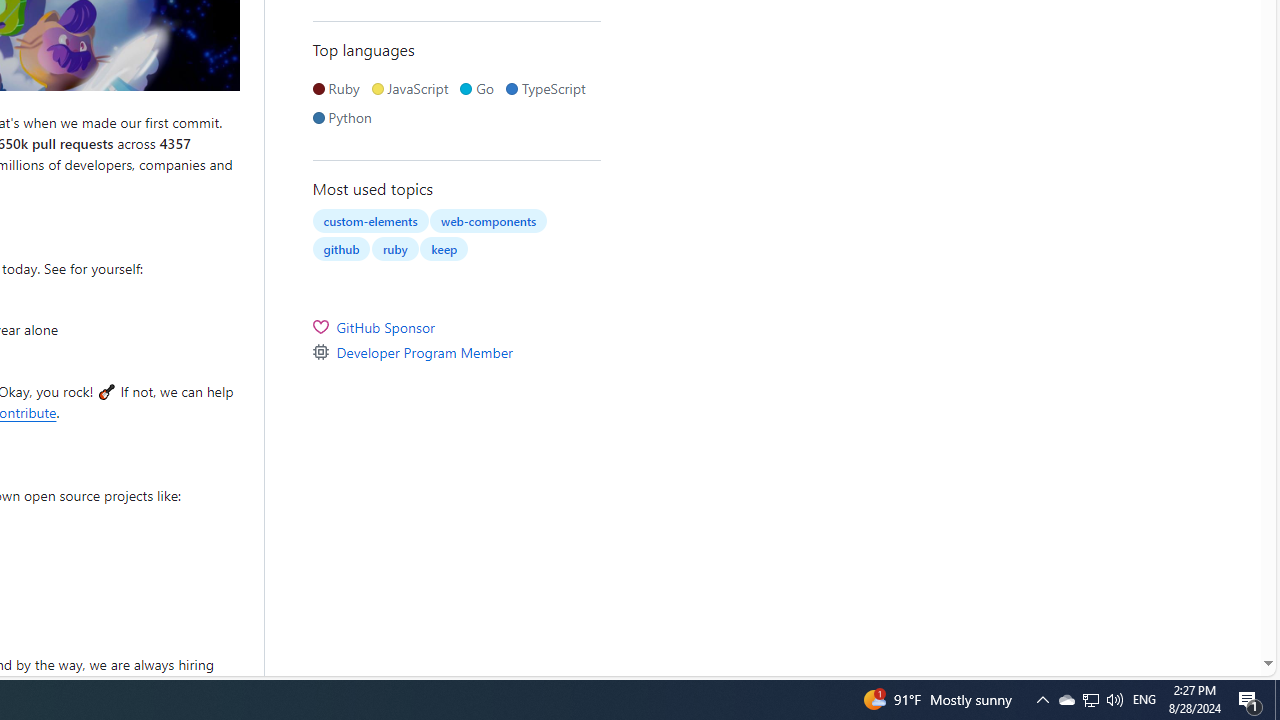 The width and height of the screenshot is (1280, 720). I want to click on 'ruby', so click(394, 247).